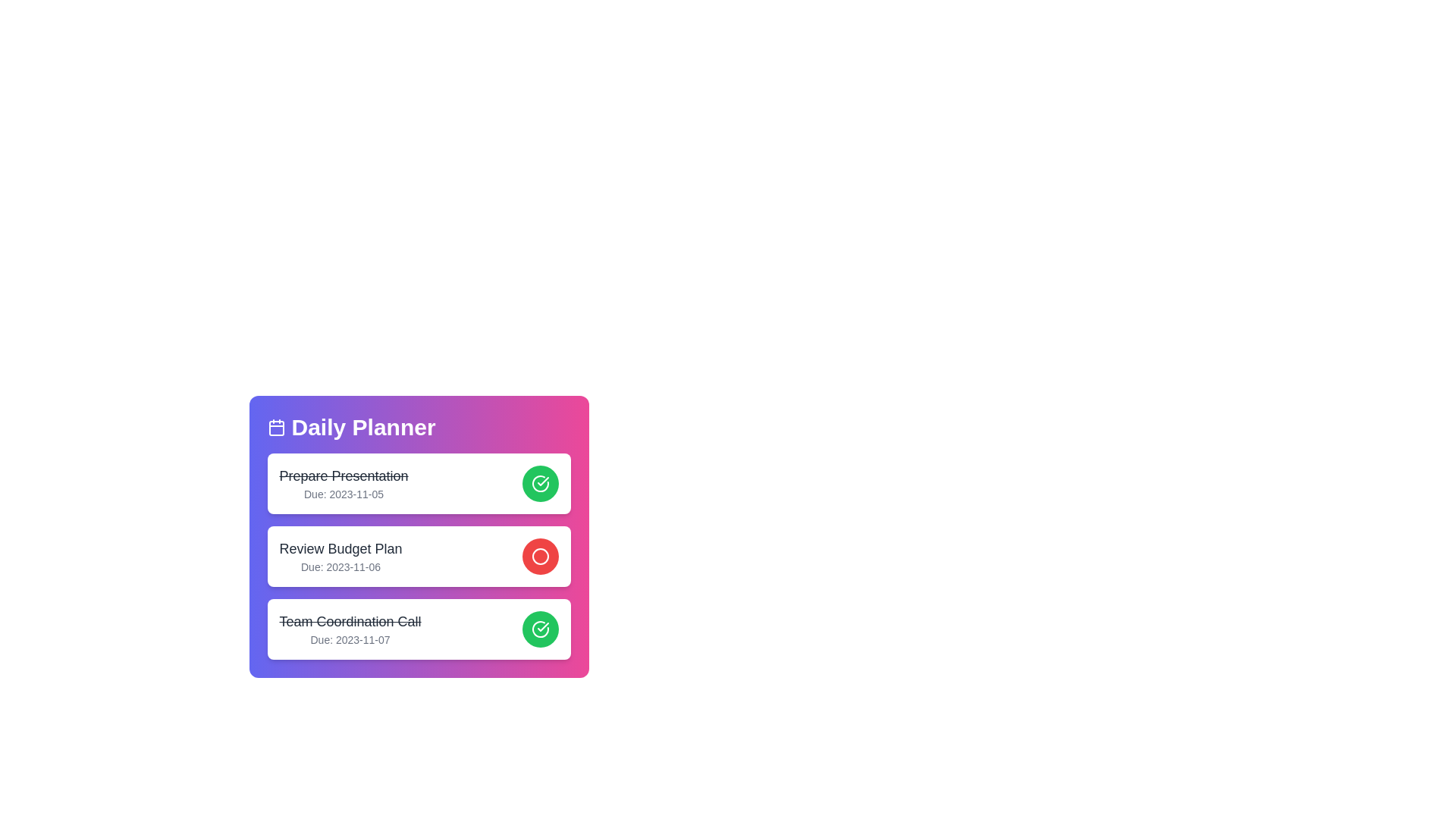  Describe the element at coordinates (540, 629) in the screenshot. I see `status button for the task identified by Team Coordination Call` at that location.